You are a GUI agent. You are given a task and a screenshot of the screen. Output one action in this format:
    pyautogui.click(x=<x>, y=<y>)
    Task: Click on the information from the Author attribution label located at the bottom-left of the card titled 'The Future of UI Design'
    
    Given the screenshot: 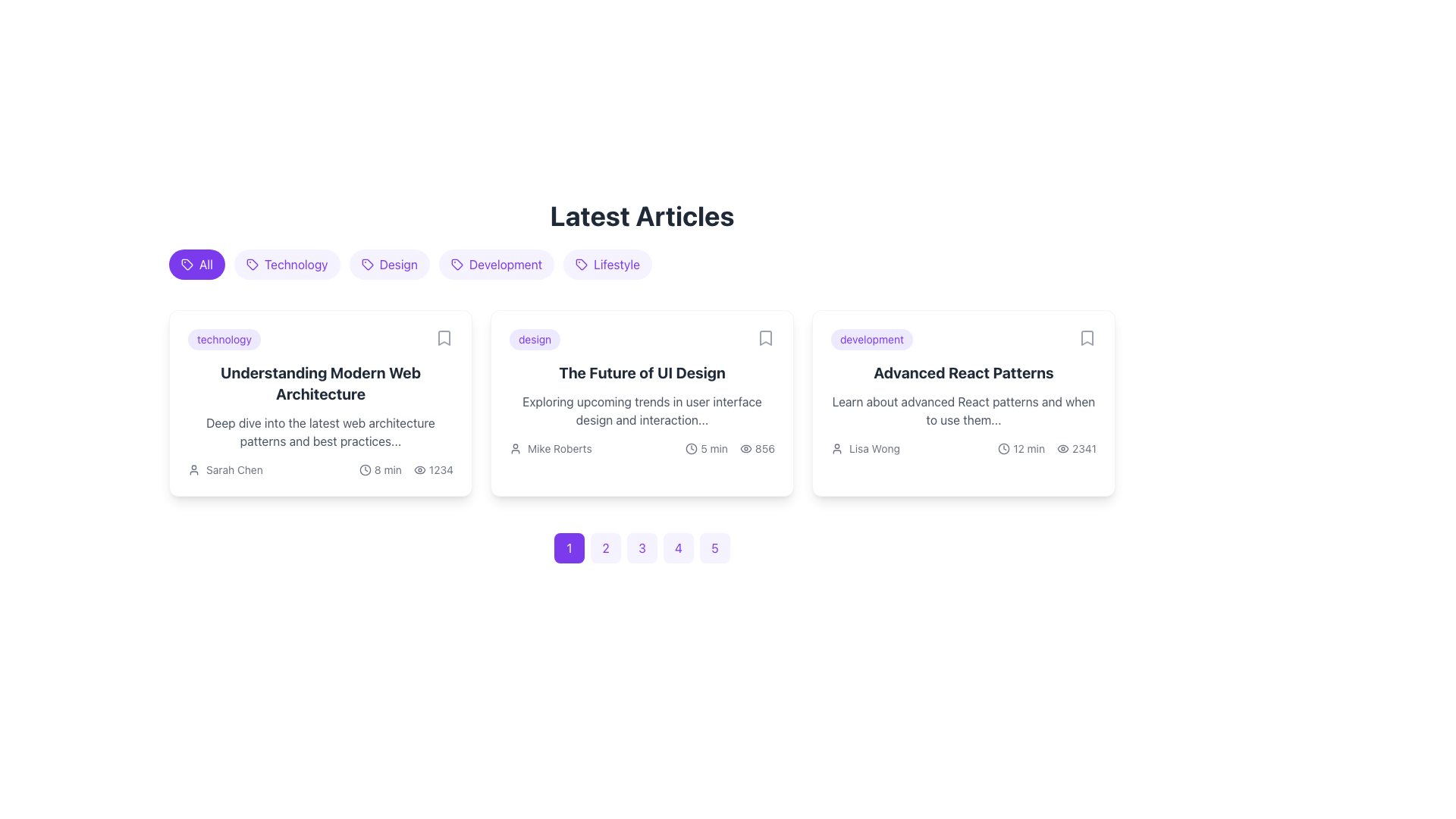 What is the action you would take?
    pyautogui.click(x=550, y=447)
    